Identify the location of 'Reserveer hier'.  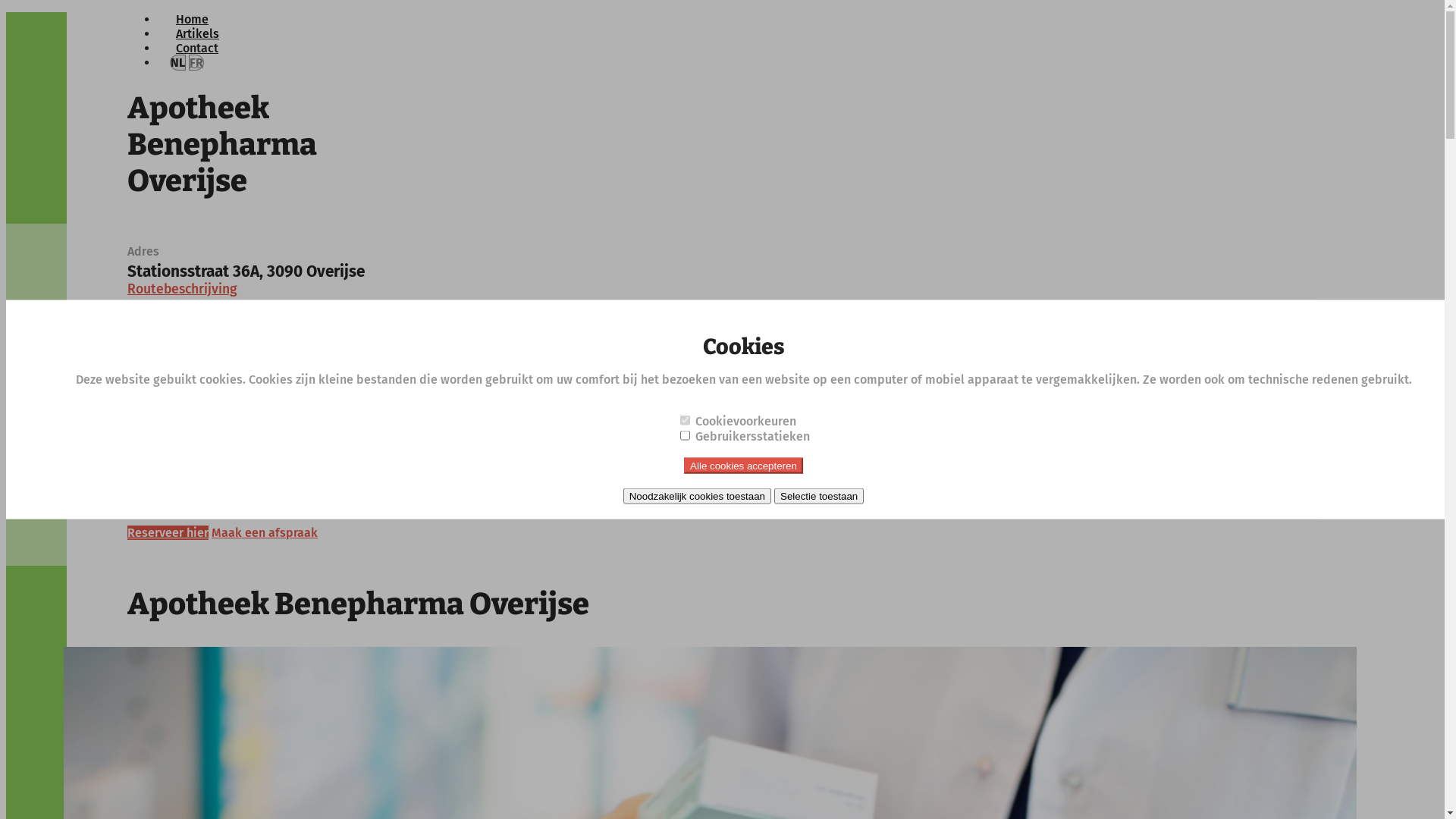
(168, 532).